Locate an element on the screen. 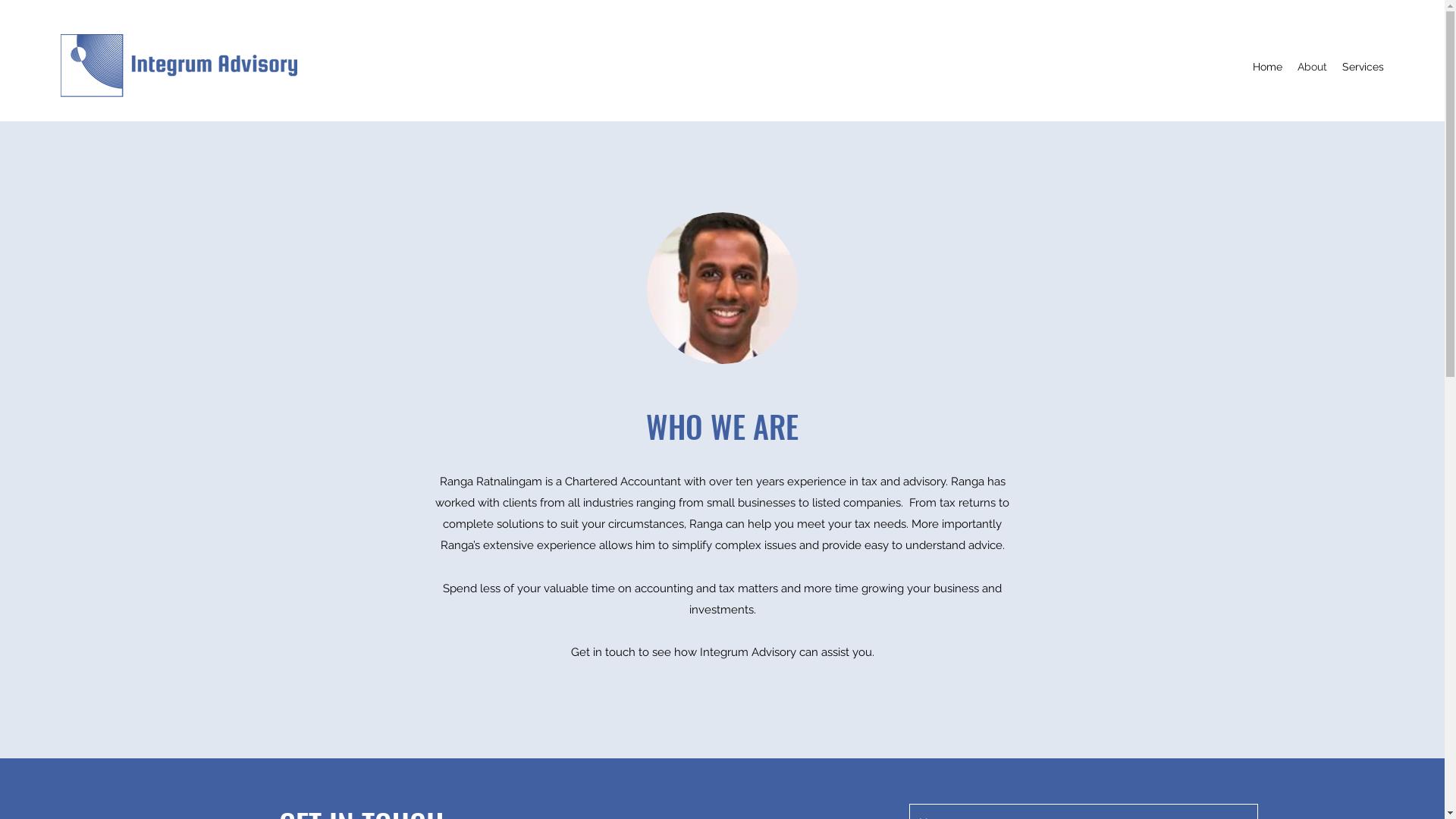 This screenshot has height=819, width=1456. 'Services' is located at coordinates (1363, 66).